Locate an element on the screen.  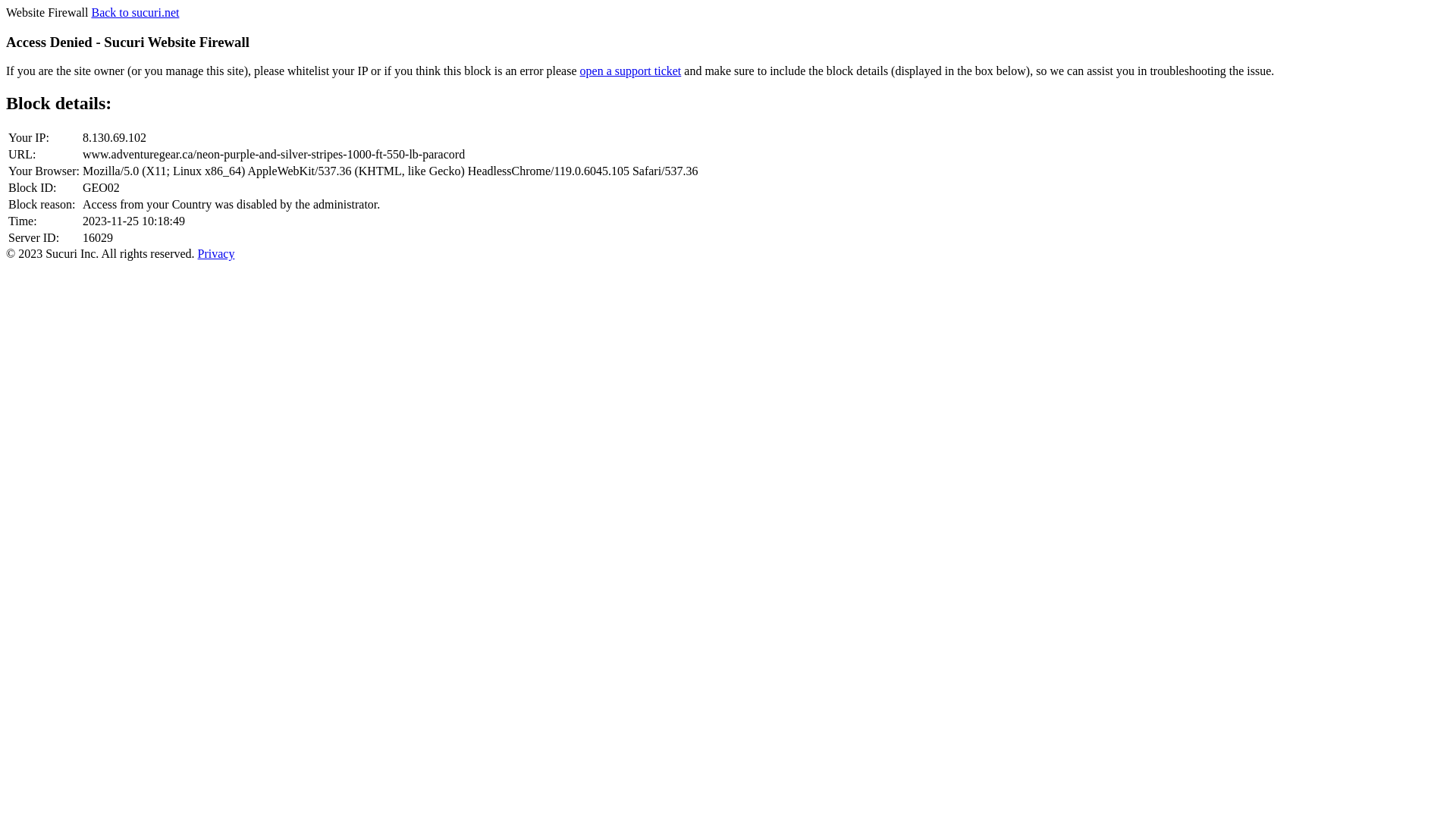
'open a support ticket' is located at coordinates (630, 71).